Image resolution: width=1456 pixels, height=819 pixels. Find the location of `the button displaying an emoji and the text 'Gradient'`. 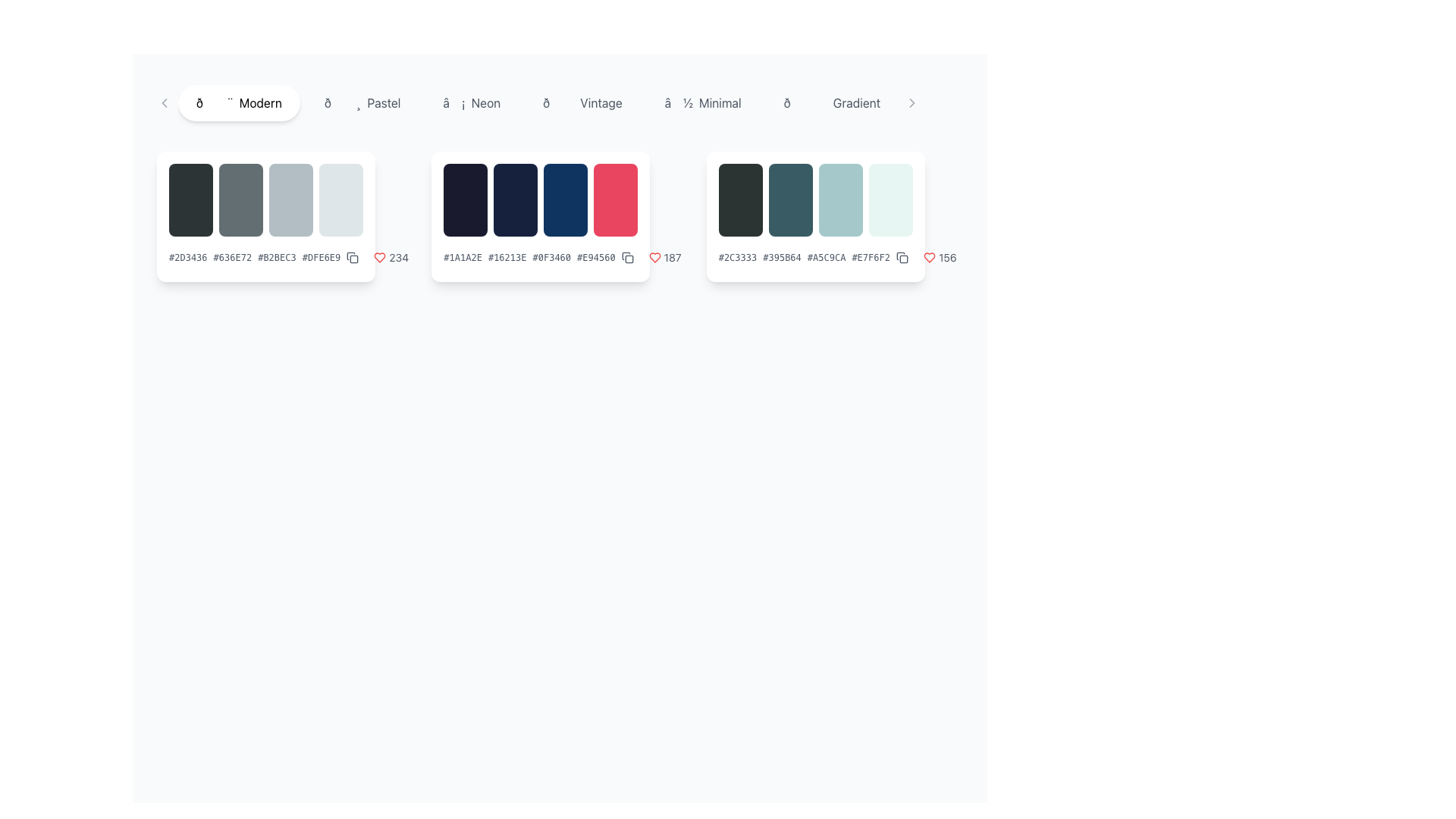

the button displaying an emoji and the text 'Gradient' is located at coordinates (831, 102).